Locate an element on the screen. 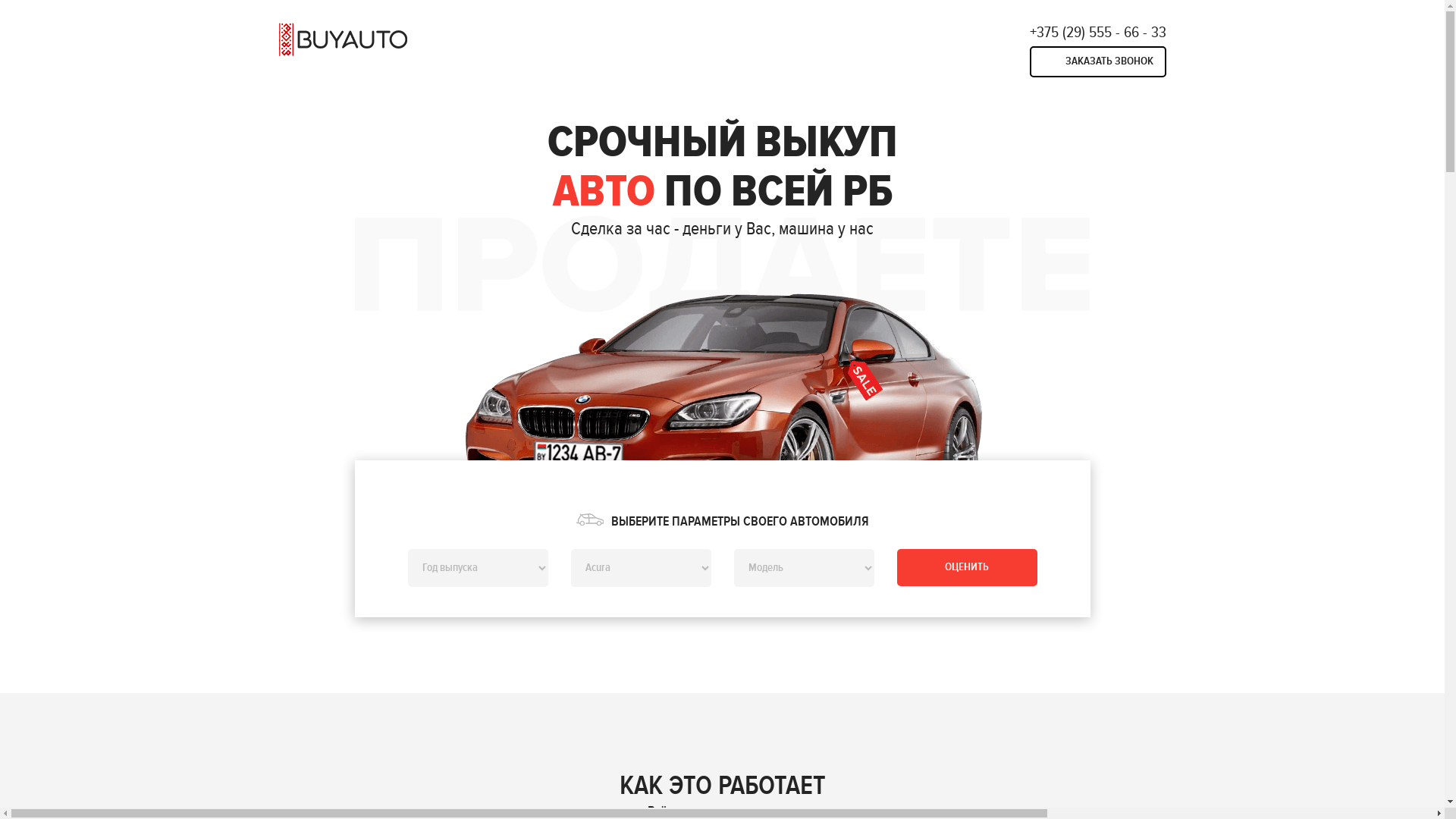 The width and height of the screenshot is (1456, 819). '+375 (29) 555 - 66 - 33' is located at coordinates (1098, 32).